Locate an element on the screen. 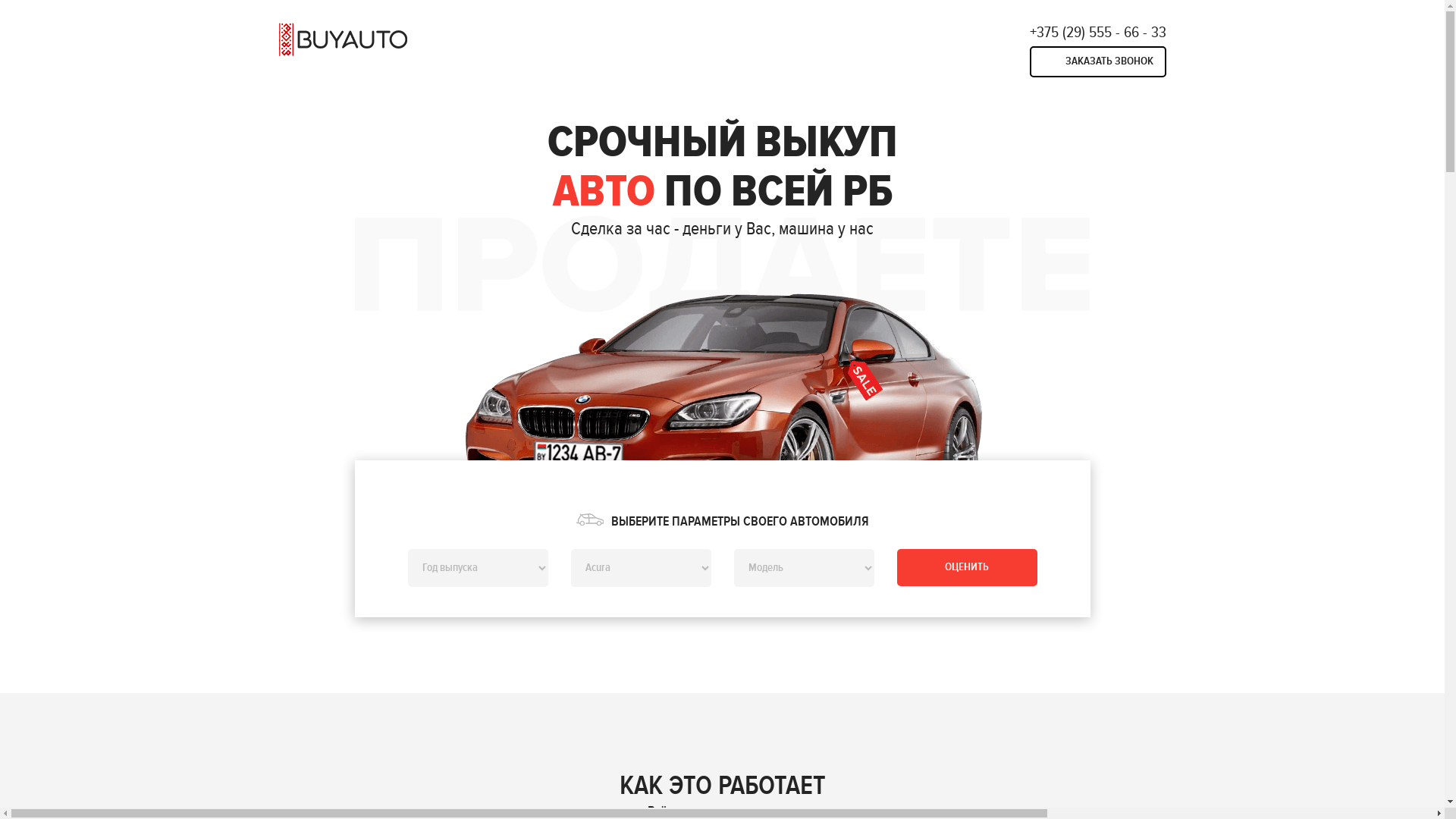 The width and height of the screenshot is (1456, 819). '+375 (29) 555 - 66 - 33' is located at coordinates (1098, 32).